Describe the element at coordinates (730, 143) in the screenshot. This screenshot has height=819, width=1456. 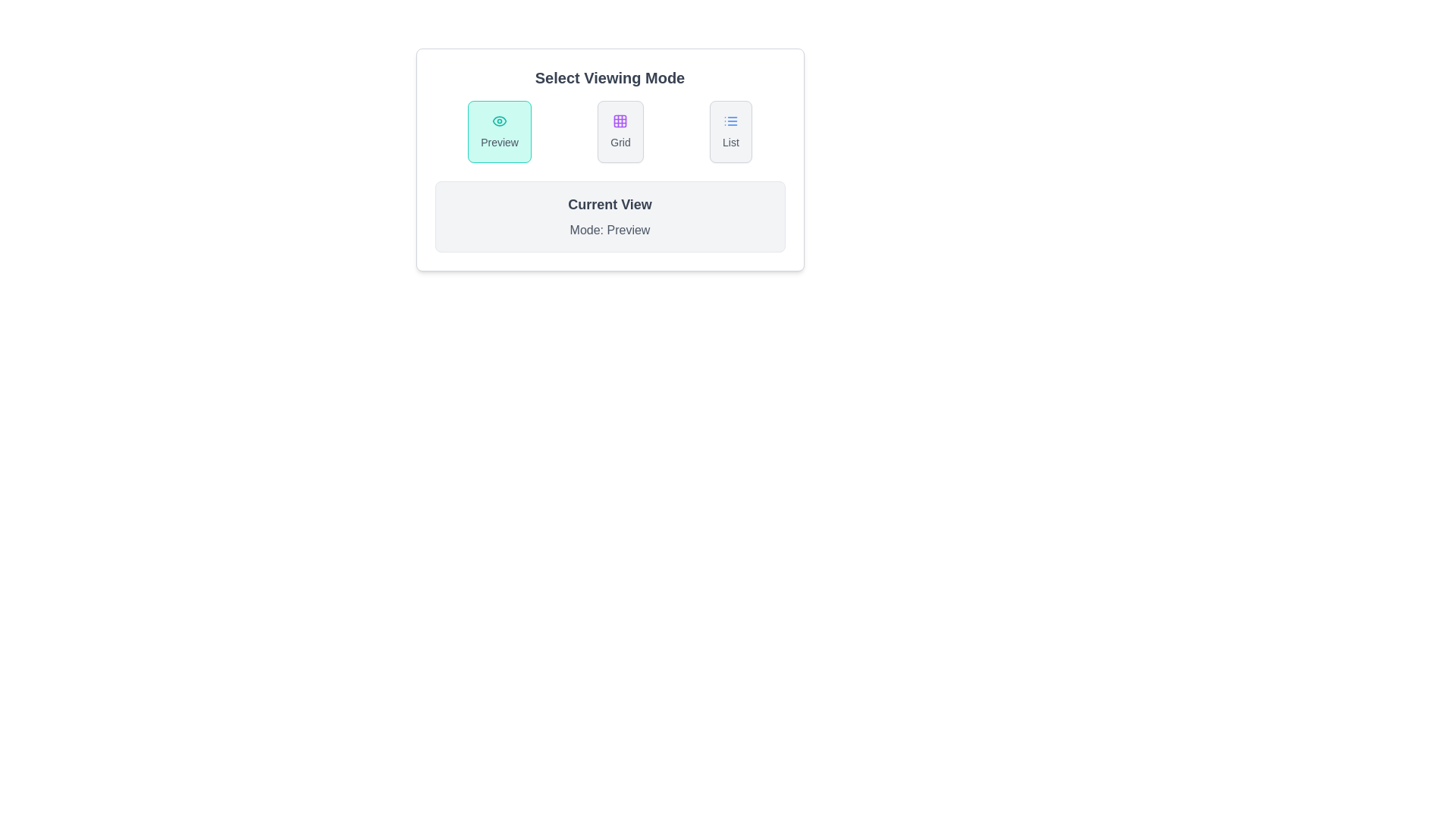
I see `the label located below the 'list' icon, which describes the associated clickable button for switching or selecting a 'list' viewing mode` at that location.